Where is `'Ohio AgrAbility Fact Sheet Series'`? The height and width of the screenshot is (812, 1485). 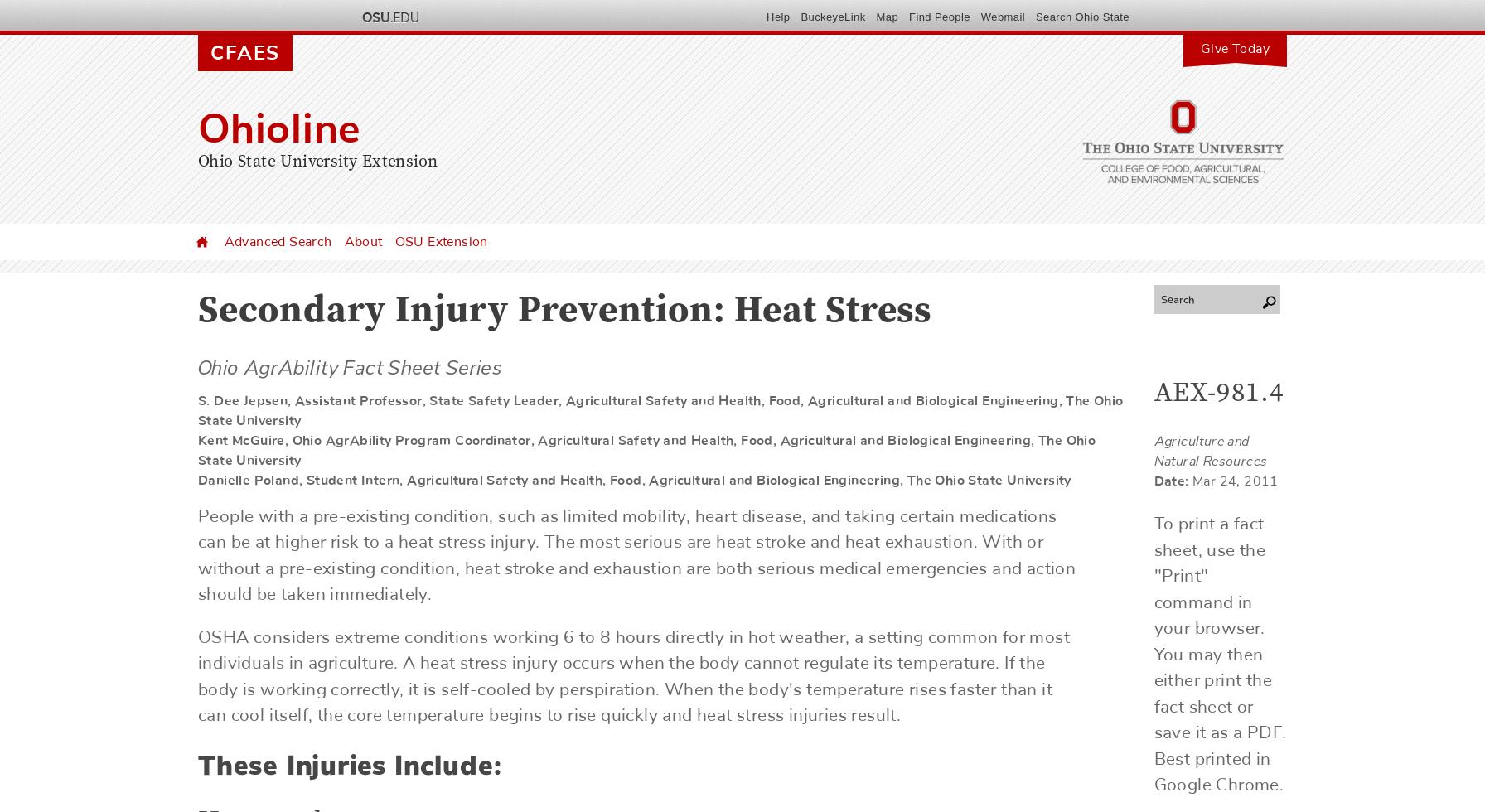
'Ohio AgrAbility Fact Sheet Series' is located at coordinates (350, 366).